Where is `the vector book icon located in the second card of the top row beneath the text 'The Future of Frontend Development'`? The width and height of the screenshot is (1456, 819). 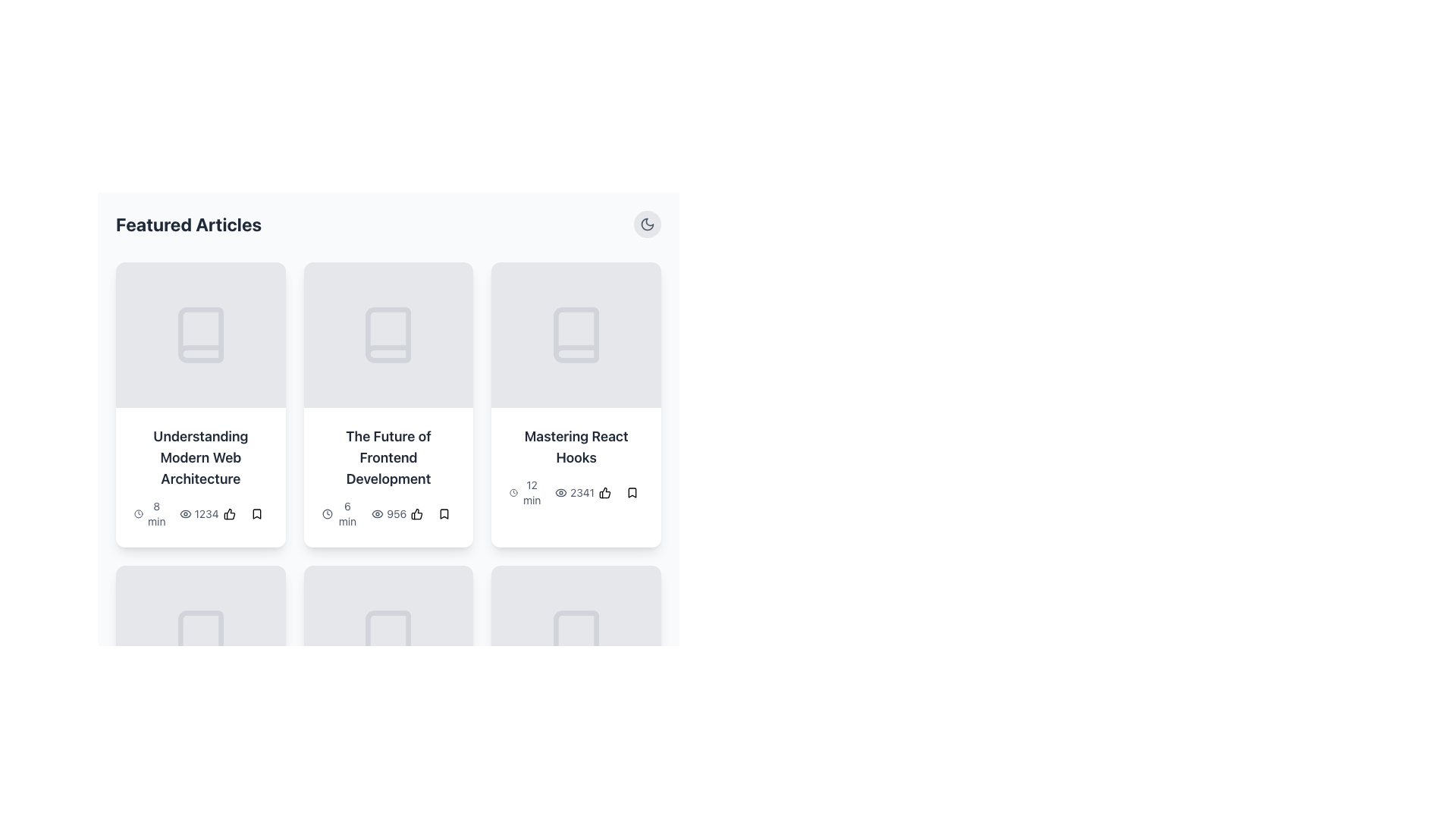 the vector book icon located in the second card of the top row beneath the text 'The Future of Frontend Development' is located at coordinates (388, 334).